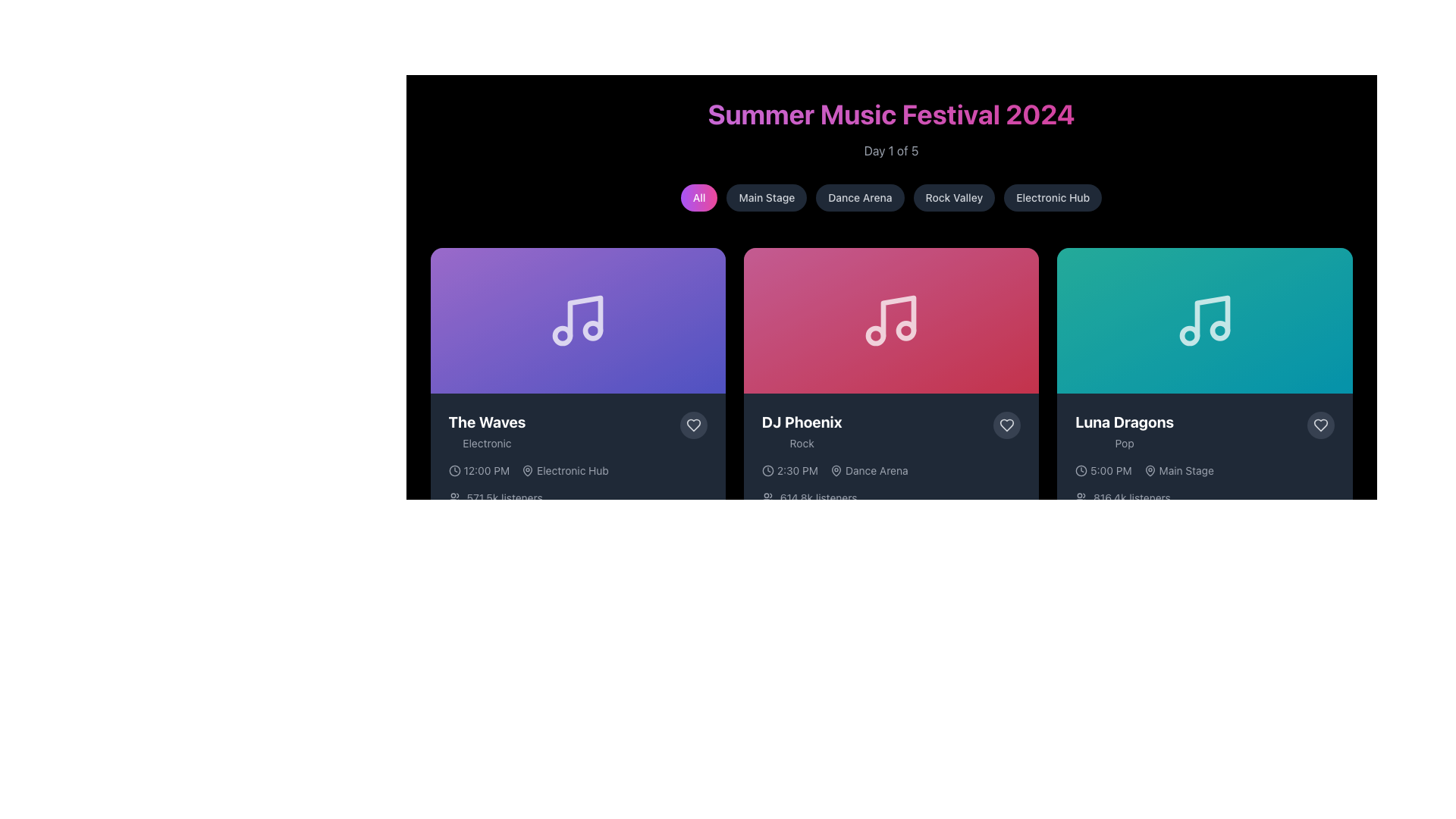  Describe the element at coordinates (1211, 315) in the screenshot. I see `the vertical line of the musical note icon within the 'Luna Dragons' event card located at the top part of the card in the main row of event cards` at that location.